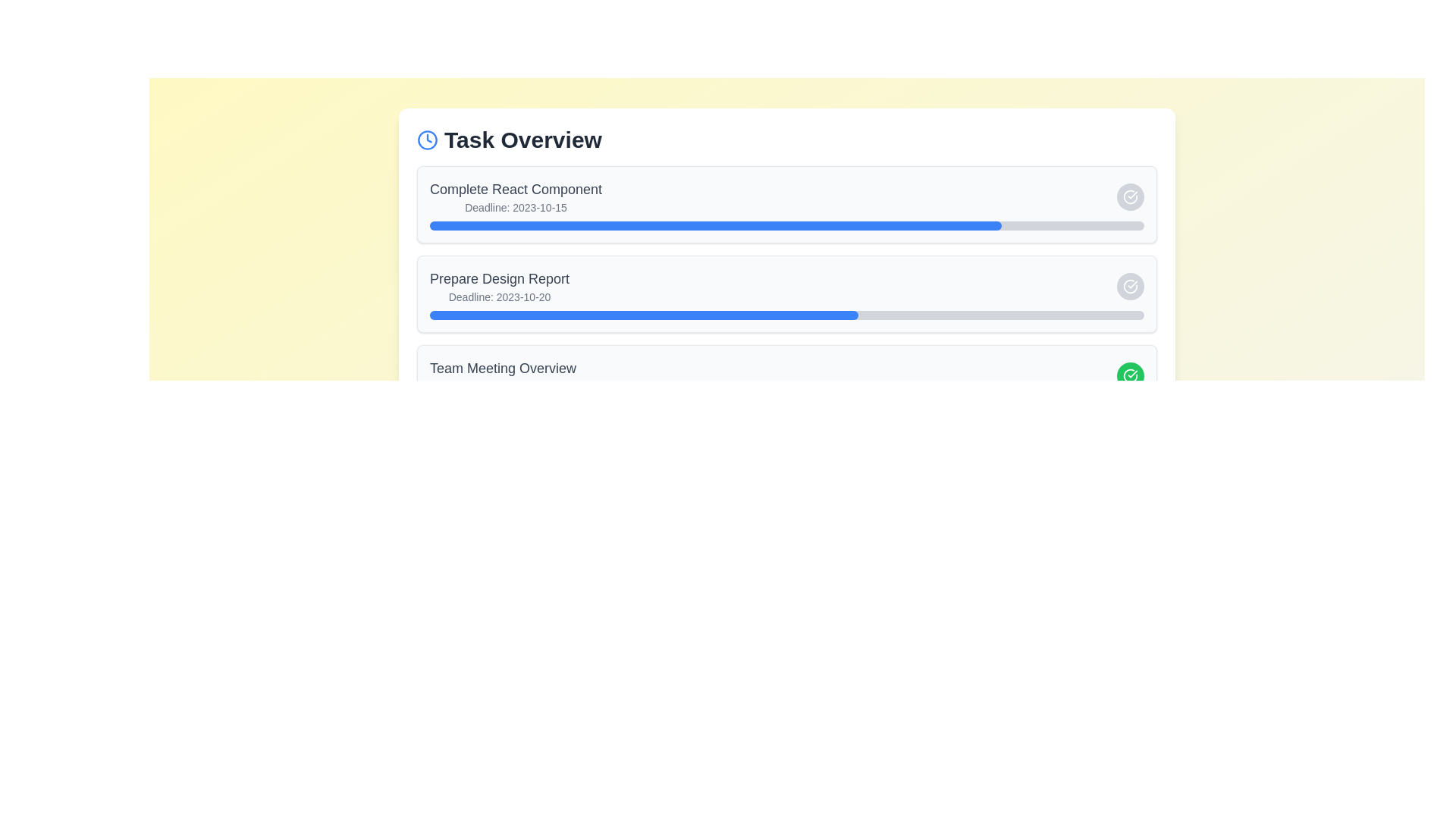 The height and width of the screenshot is (819, 1456). What do you see at coordinates (786, 225) in the screenshot?
I see `the progress bar indicating 80% completion for the task 'Complete React Component' located below the task's text` at bounding box center [786, 225].